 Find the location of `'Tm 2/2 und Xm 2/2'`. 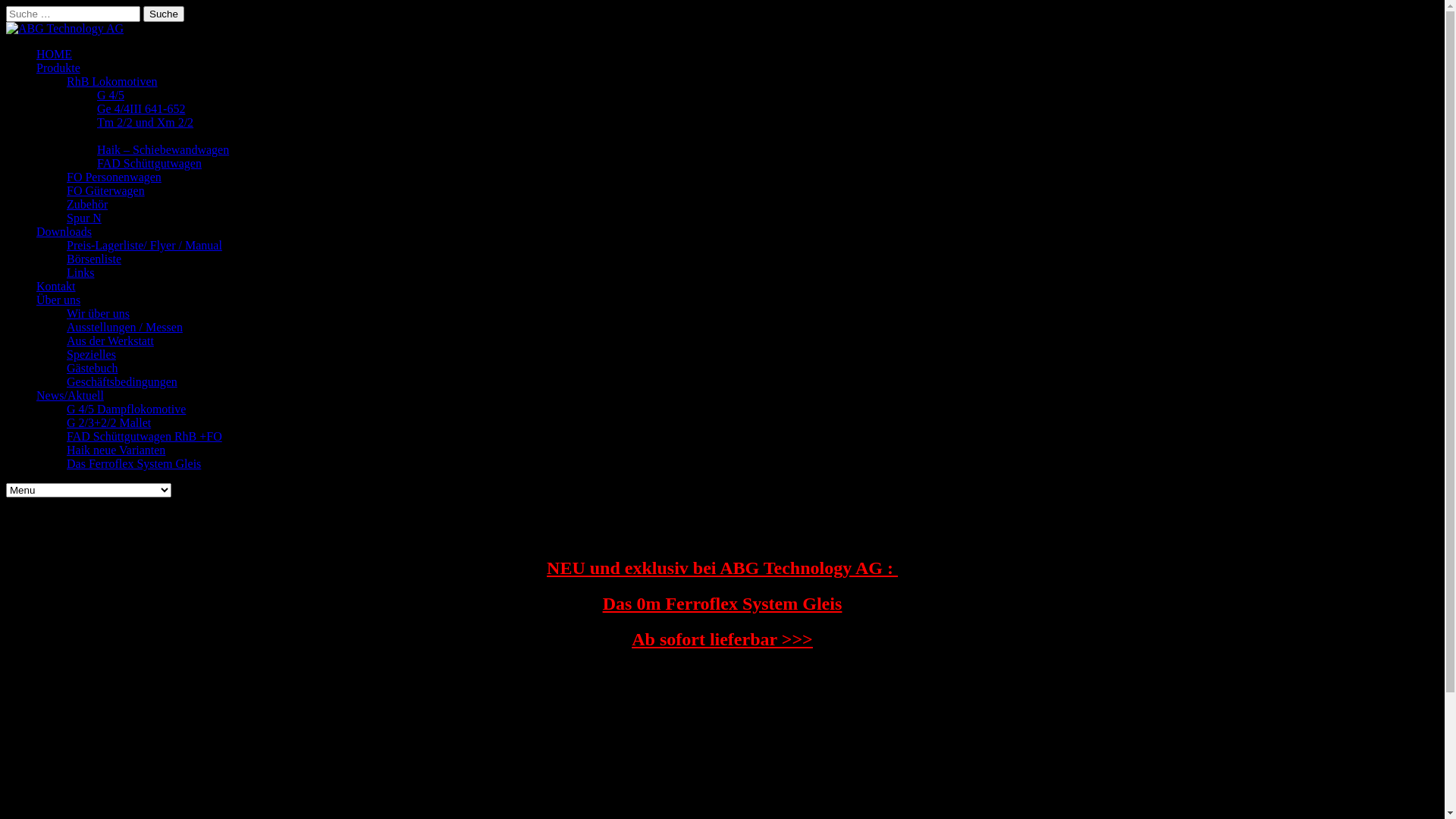

'Tm 2/2 und Xm 2/2' is located at coordinates (145, 121).